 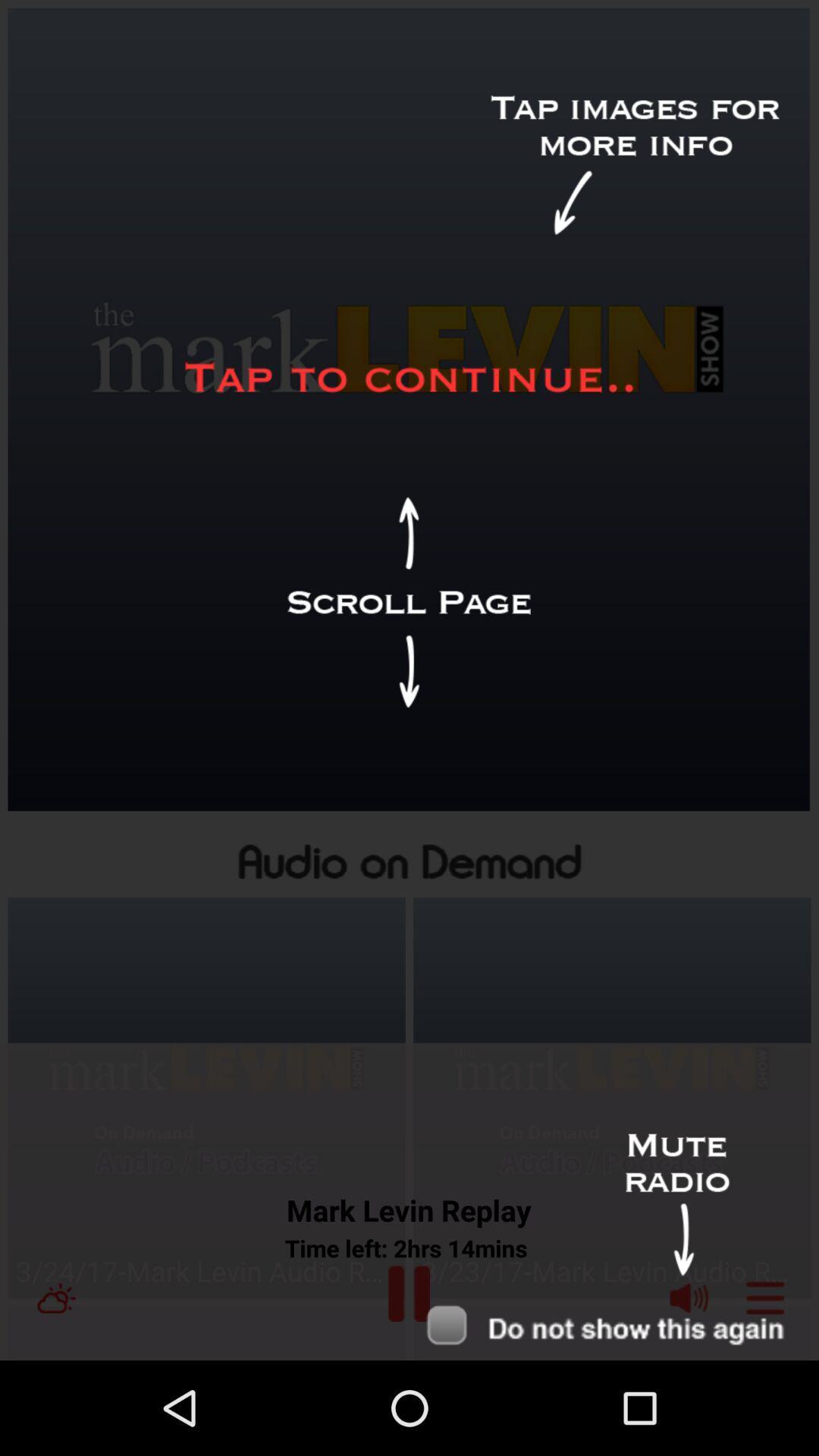 I want to click on the weather icon, so click(x=55, y=1389).